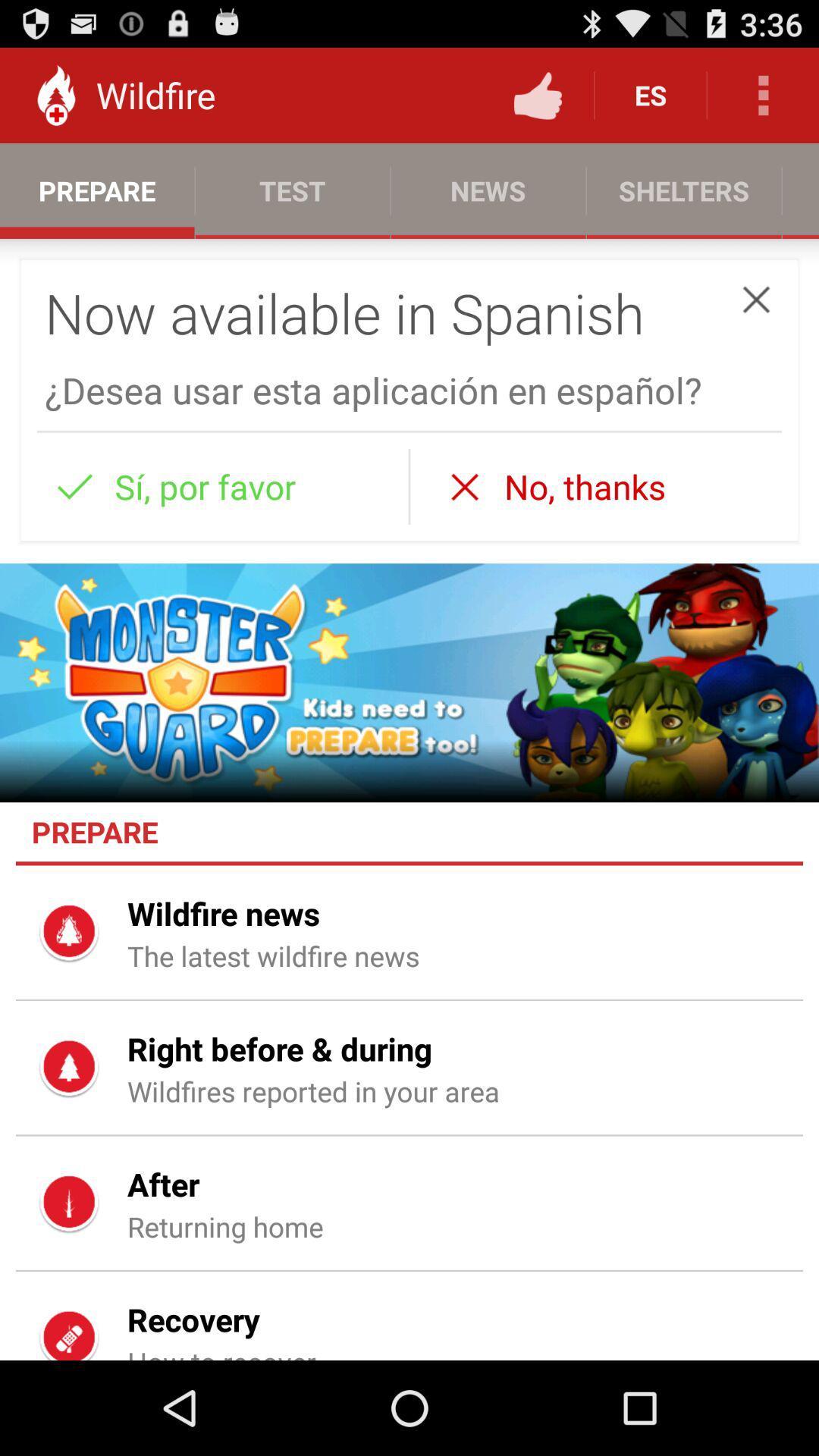 The image size is (819, 1456). I want to click on the tab news on the web page, so click(488, 190).